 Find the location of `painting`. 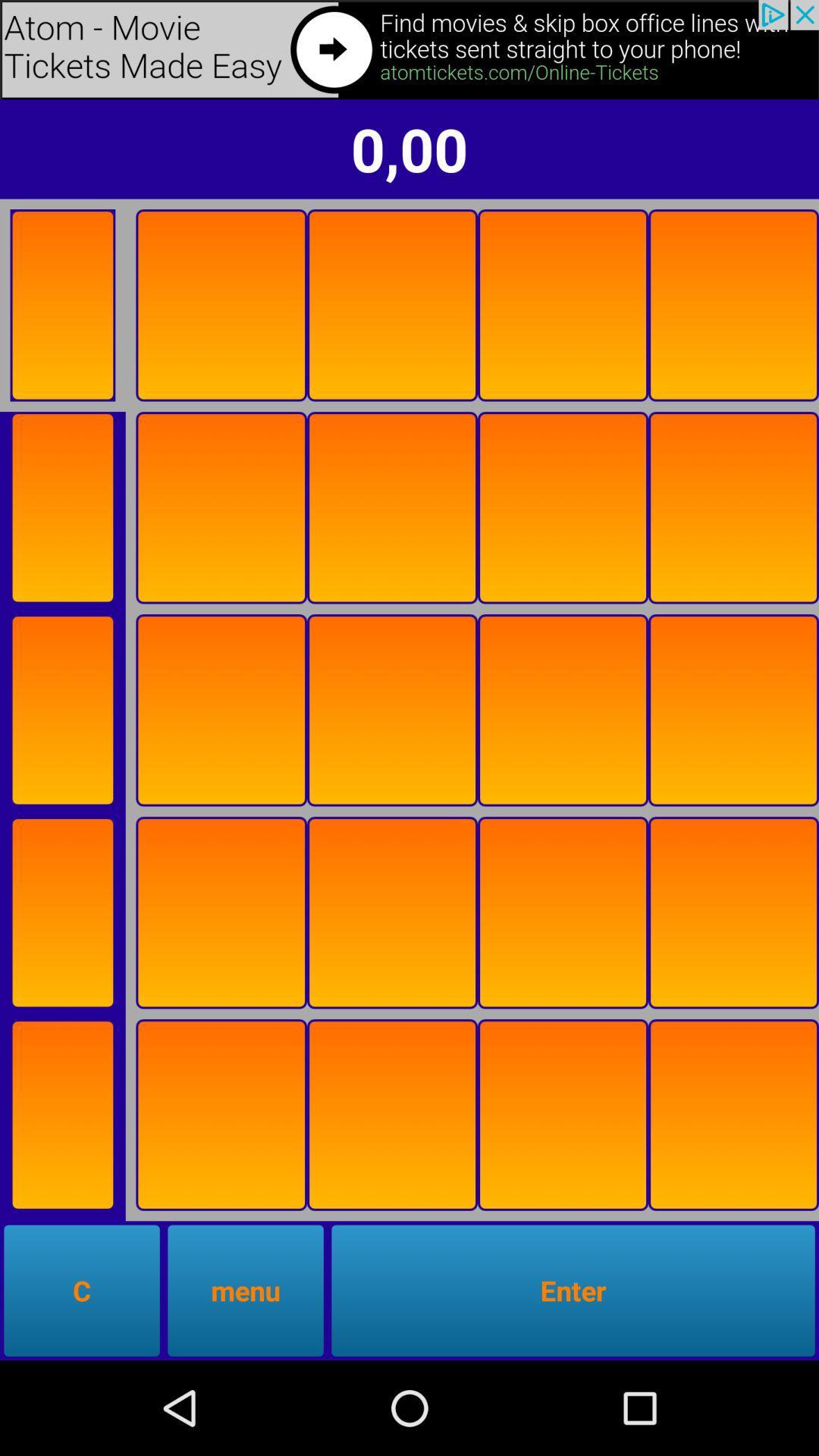

painting is located at coordinates (733, 304).